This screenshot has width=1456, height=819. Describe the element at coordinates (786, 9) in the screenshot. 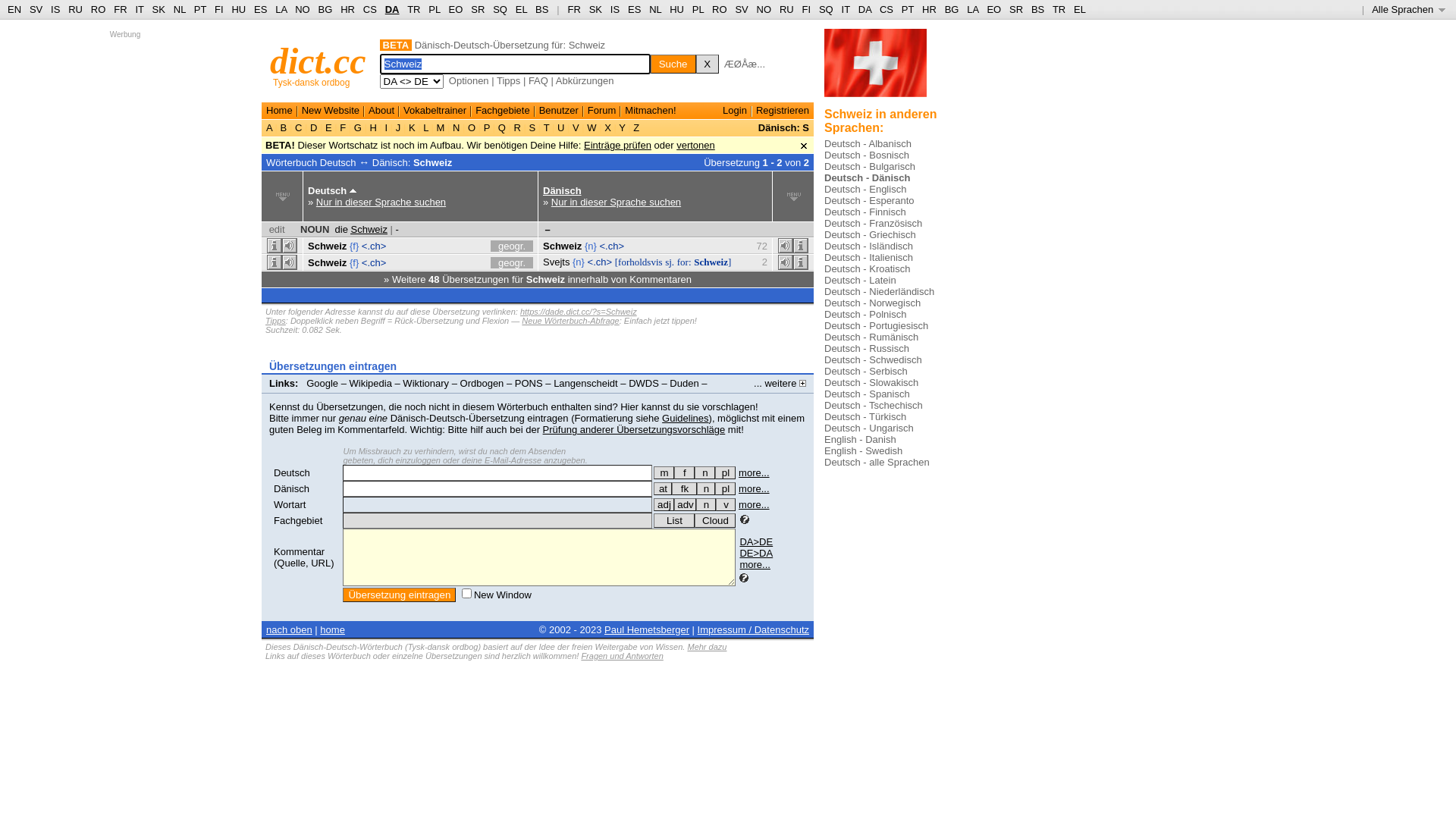

I see `'RU'` at that location.